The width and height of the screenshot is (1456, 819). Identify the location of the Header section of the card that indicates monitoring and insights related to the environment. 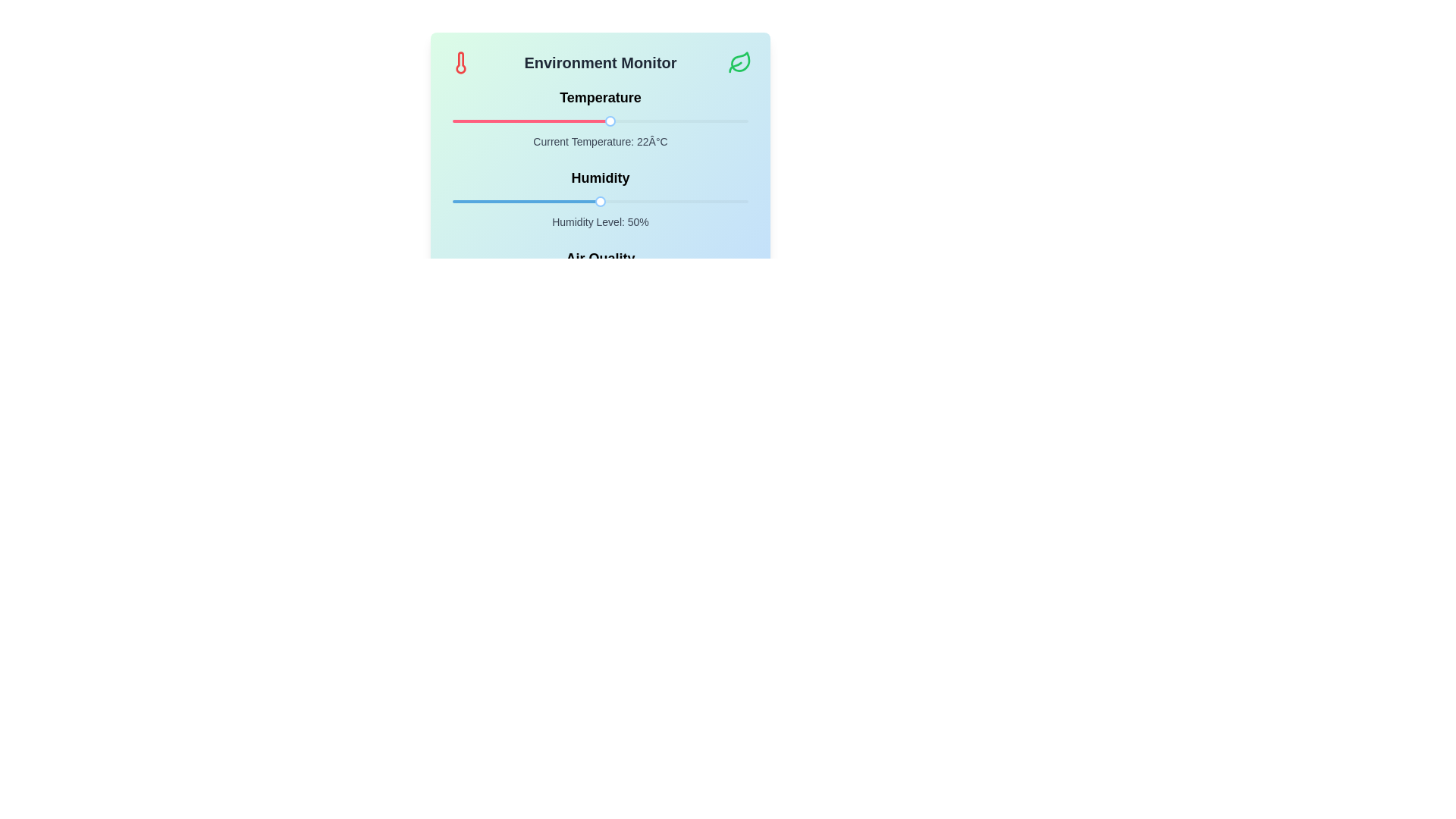
(600, 62).